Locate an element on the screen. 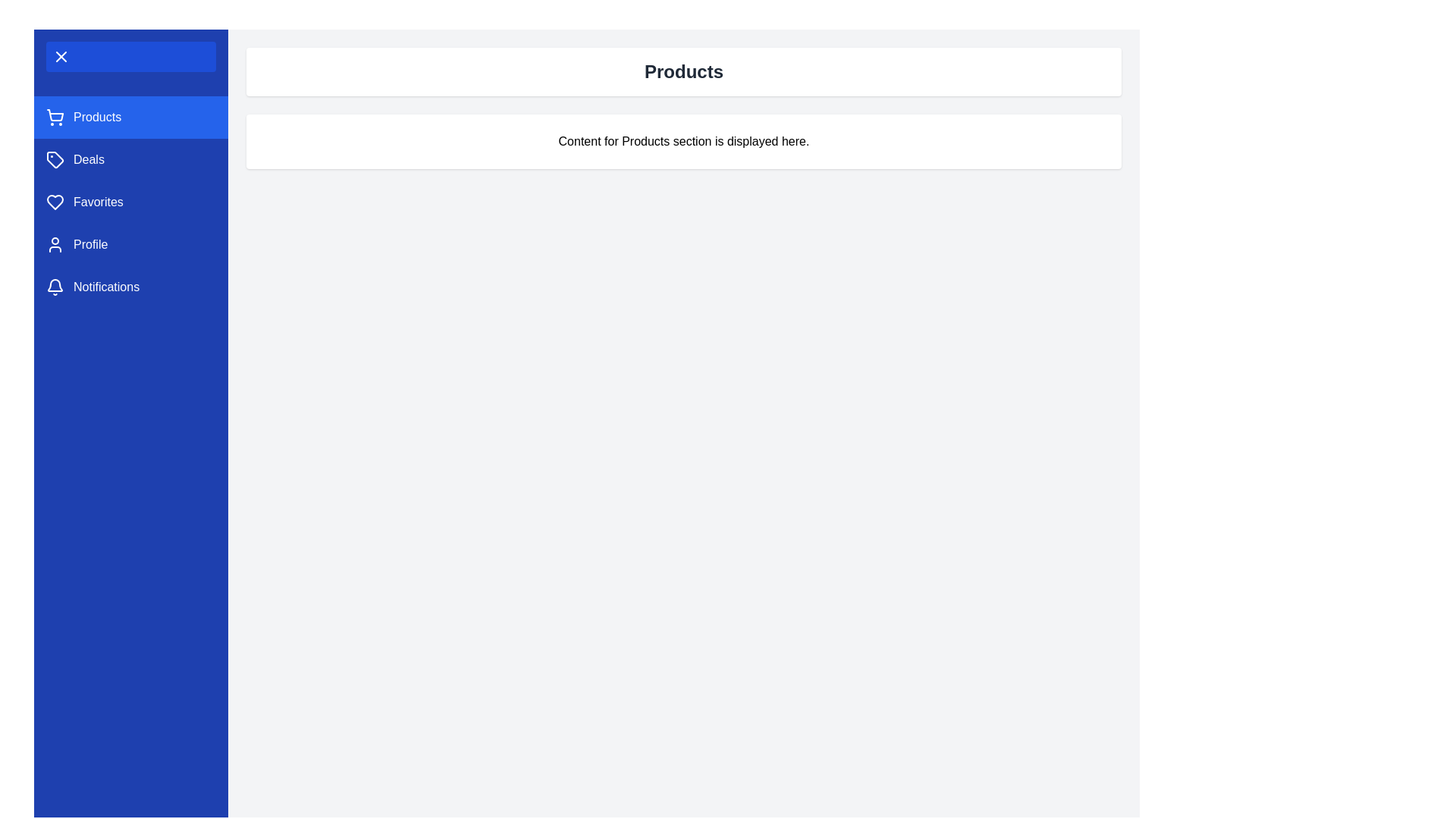 This screenshot has width=1456, height=819. the Notifications navigation link, which features a bell icon and the text 'Notifications', located in the left-sided navigation panel is located at coordinates (130, 287).